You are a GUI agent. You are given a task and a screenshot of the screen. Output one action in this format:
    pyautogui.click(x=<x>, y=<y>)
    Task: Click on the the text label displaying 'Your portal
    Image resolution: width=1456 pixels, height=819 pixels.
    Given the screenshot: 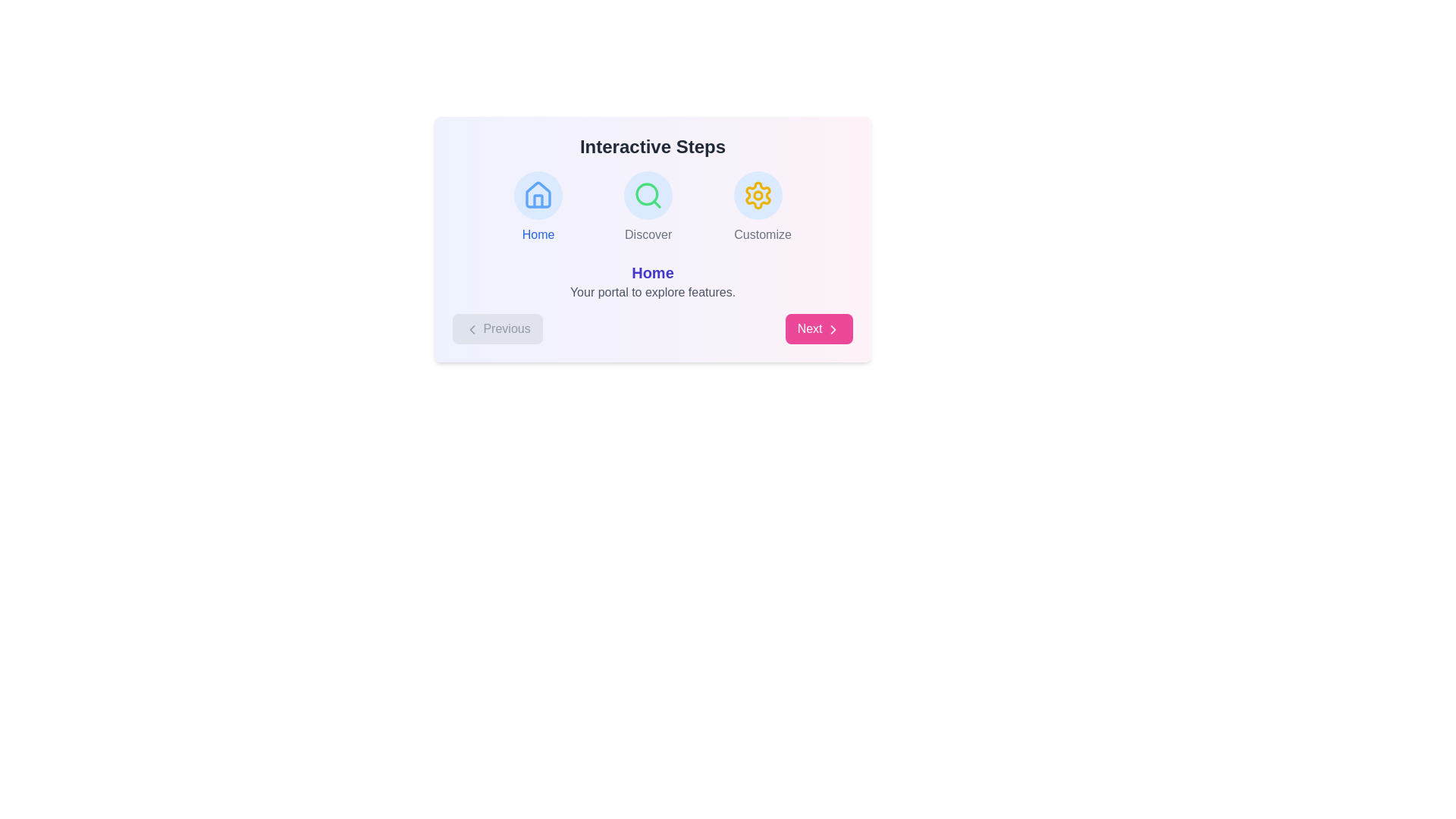 What is the action you would take?
    pyautogui.click(x=652, y=292)
    